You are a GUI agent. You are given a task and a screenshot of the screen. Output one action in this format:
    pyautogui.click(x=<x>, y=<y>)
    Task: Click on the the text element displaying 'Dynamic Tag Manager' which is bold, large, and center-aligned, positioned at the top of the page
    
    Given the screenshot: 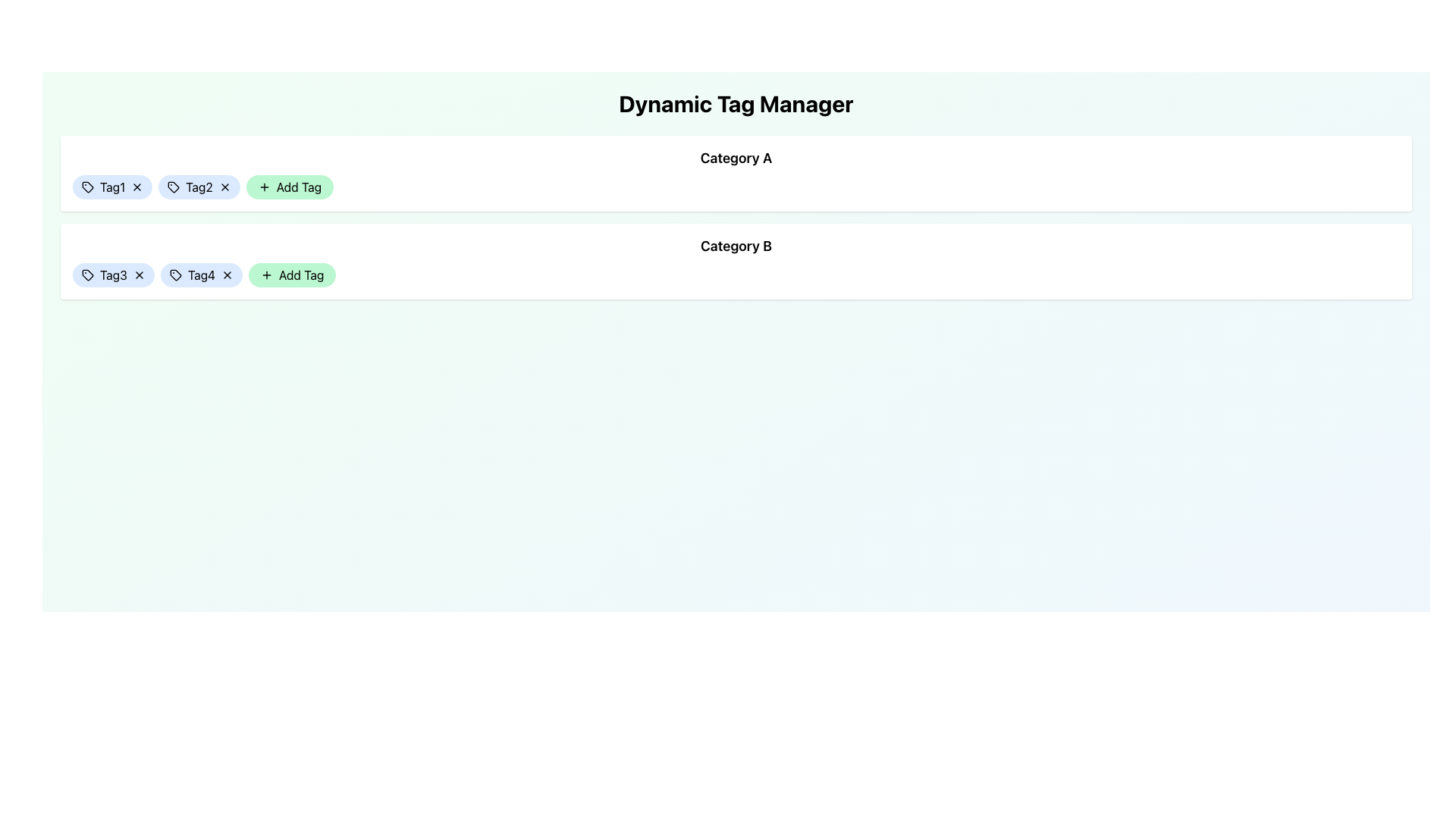 What is the action you would take?
    pyautogui.click(x=736, y=103)
    